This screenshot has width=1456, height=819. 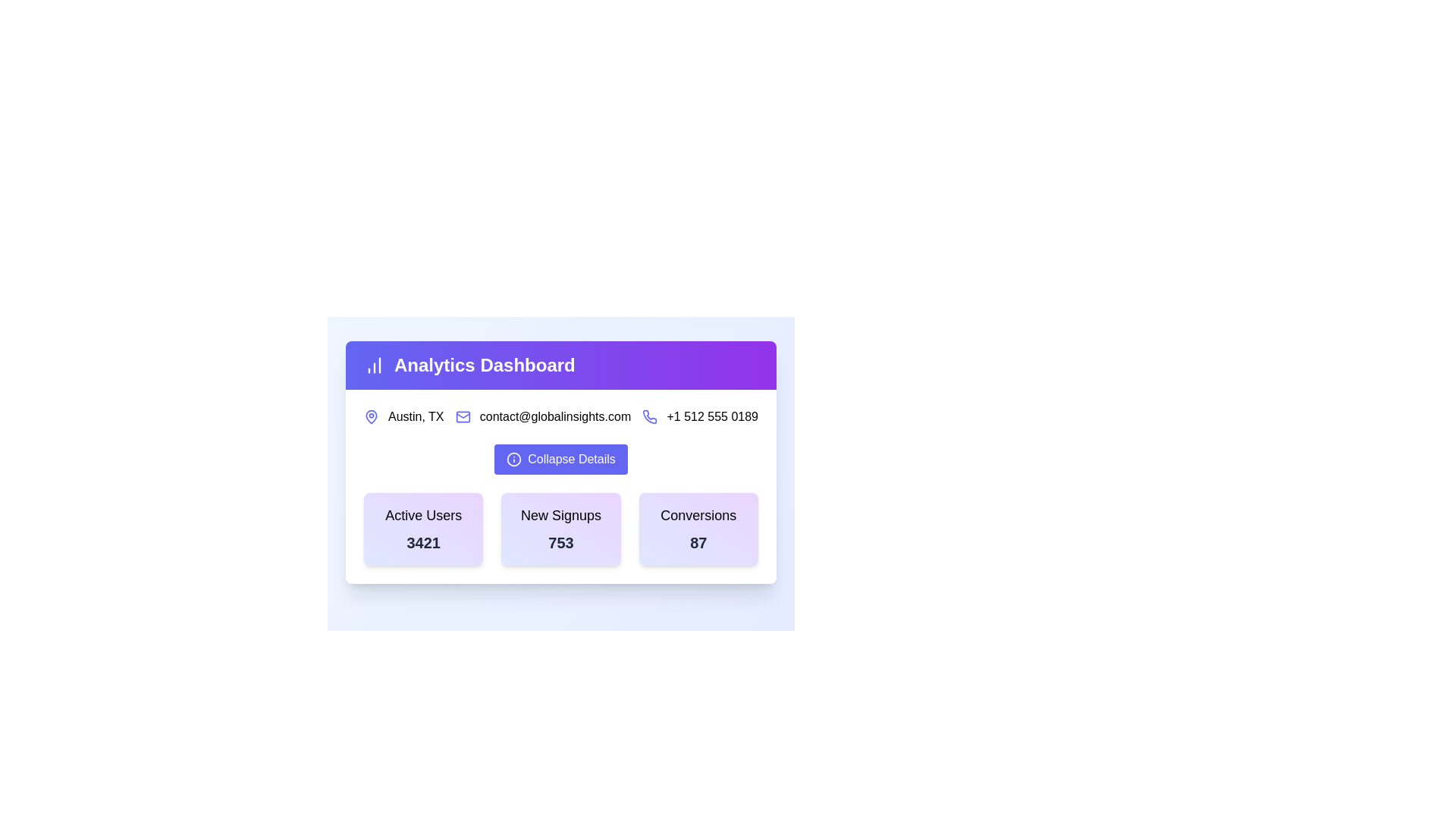 What do you see at coordinates (514, 458) in the screenshot?
I see `the circular icon with an embedded information symbol located on the leftmost edge of the 'Collapse Details' button` at bounding box center [514, 458].